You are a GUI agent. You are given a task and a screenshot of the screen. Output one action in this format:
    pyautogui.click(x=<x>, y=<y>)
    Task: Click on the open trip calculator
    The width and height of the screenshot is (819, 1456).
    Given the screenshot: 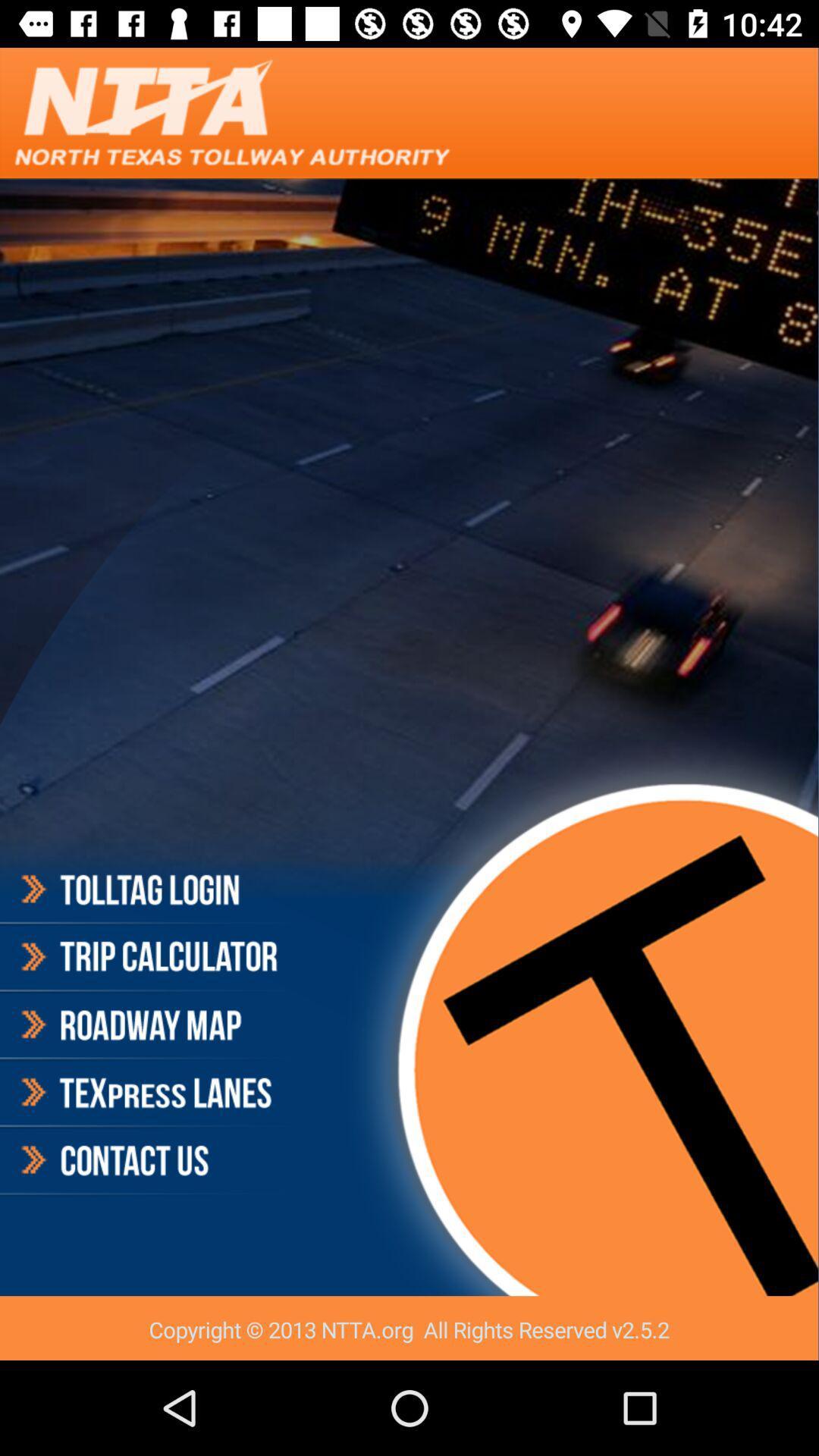 What is the action you would take?
    pyautogui.click(x=147, y=956)
    